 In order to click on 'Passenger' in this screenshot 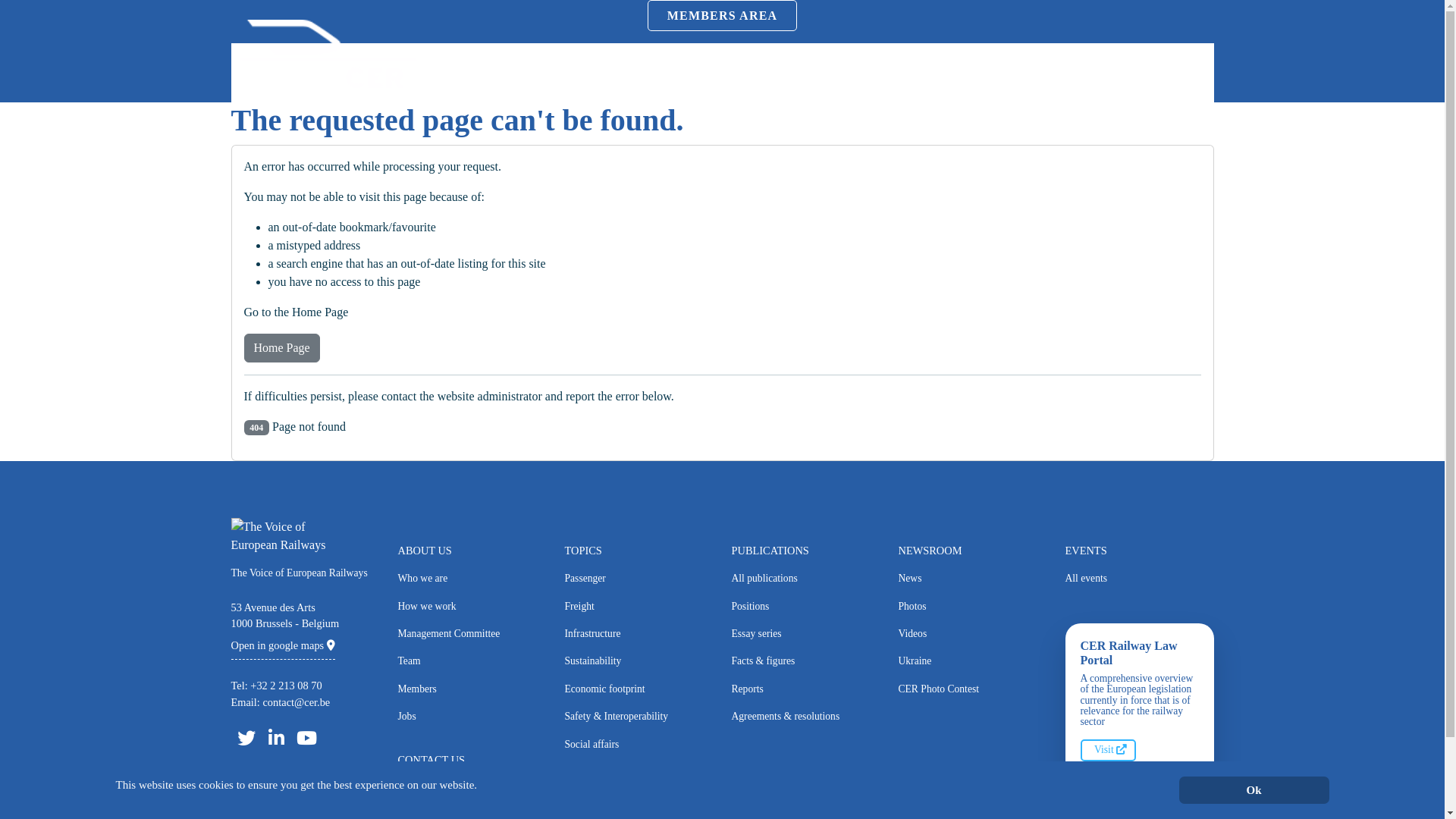, I will do `click(638, 579)`.